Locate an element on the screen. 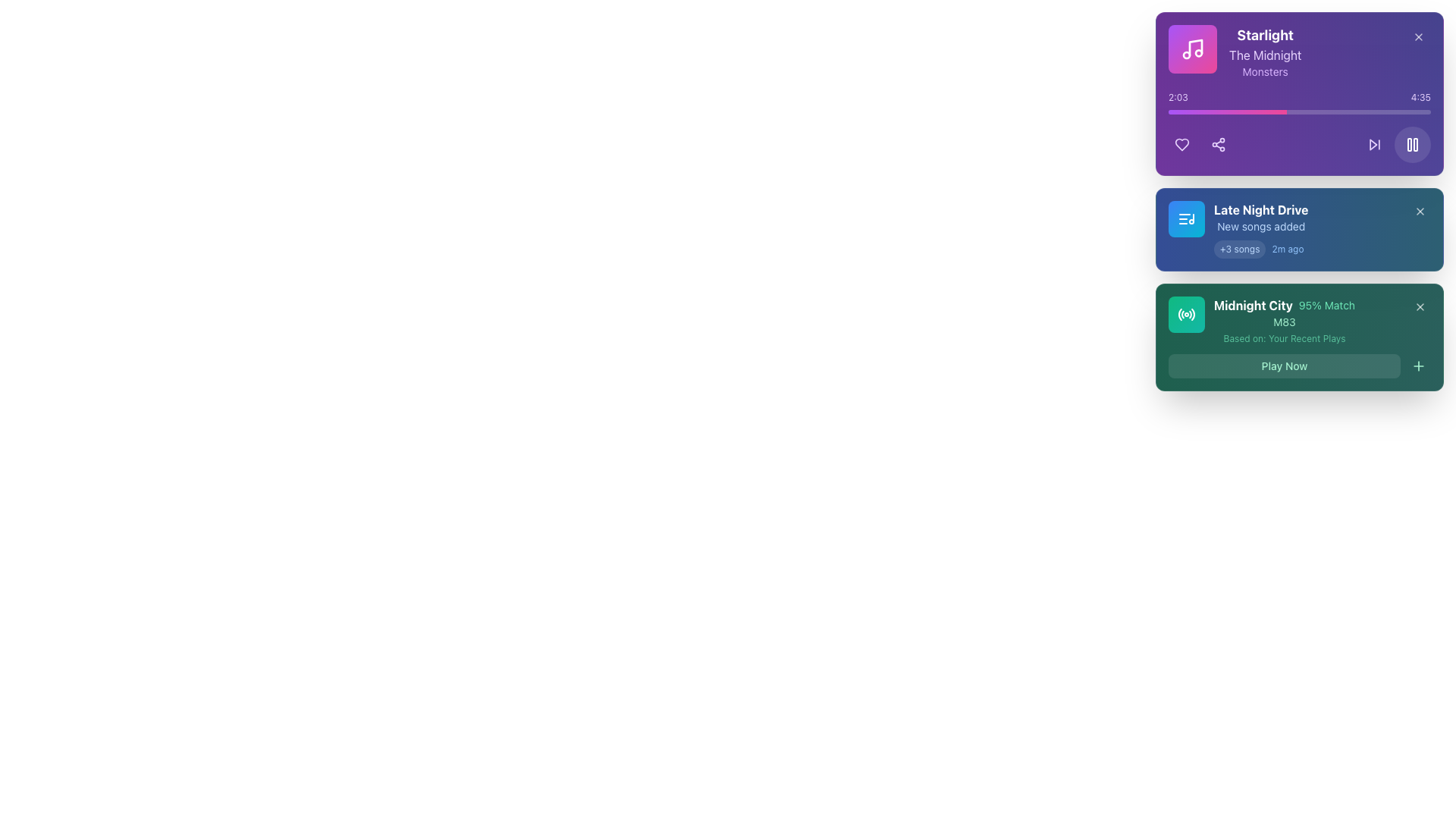 The image size is (1456, 819). the small circular share icon with a purple hue located at the top-right part of the interface, right of the progress bar and playback controls within the 'Starlight' purple card is located at coordinates (1219, 145).